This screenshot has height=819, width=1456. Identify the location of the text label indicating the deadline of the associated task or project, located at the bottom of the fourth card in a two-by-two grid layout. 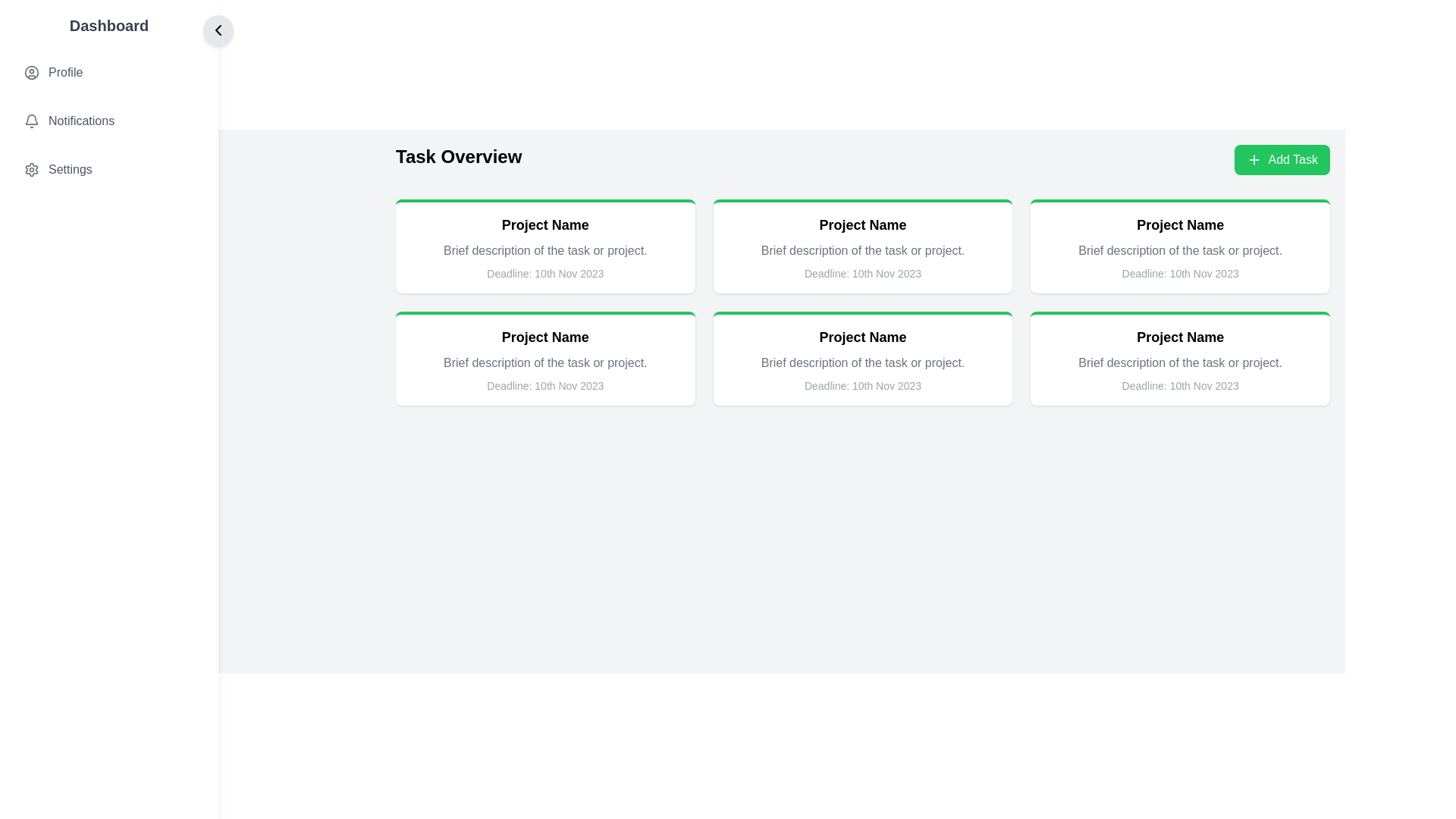
(1179, 385).